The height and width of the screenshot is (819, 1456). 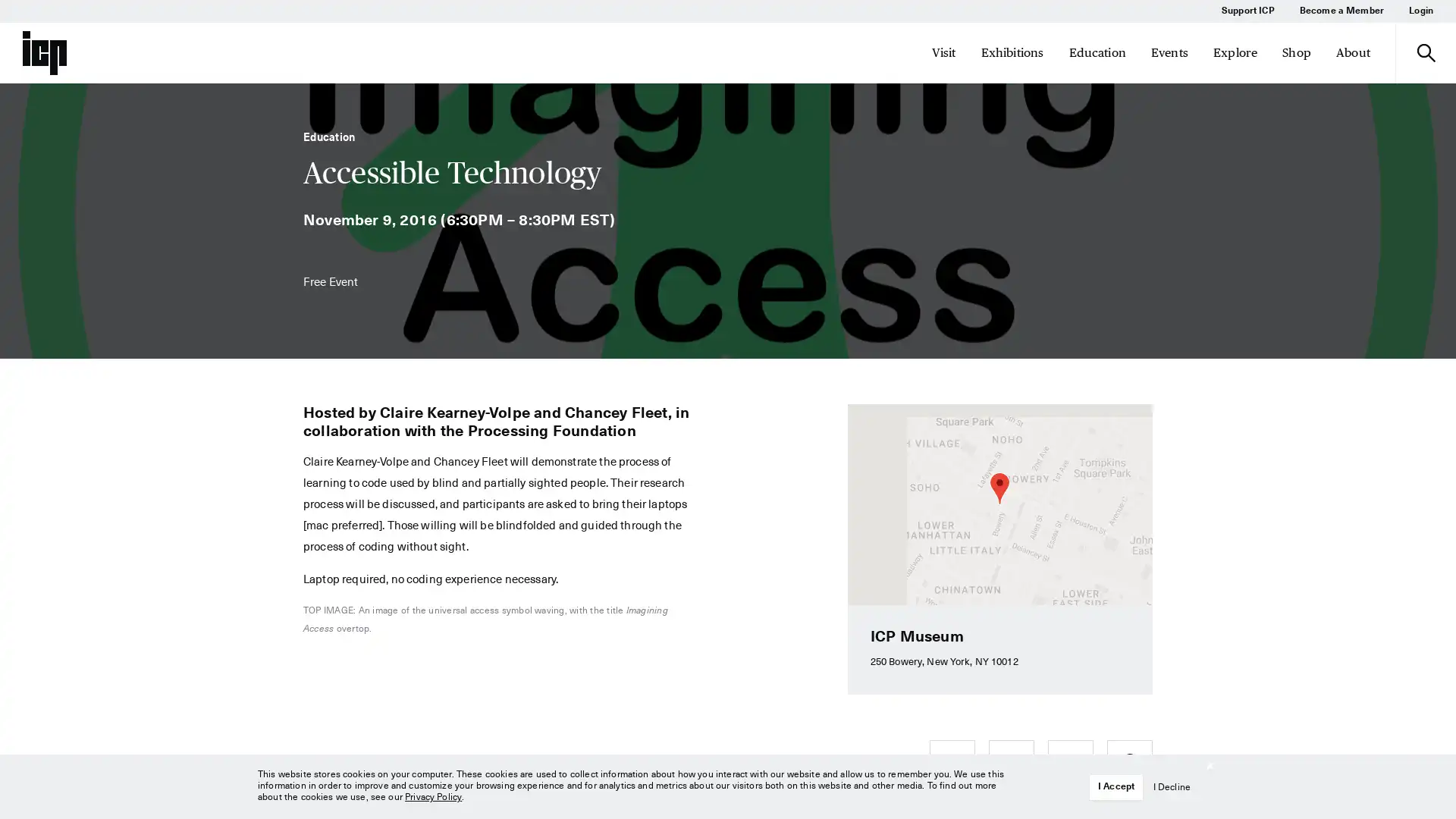 I want to click on Keyboard shortcuts, so click(x=895, y=598).